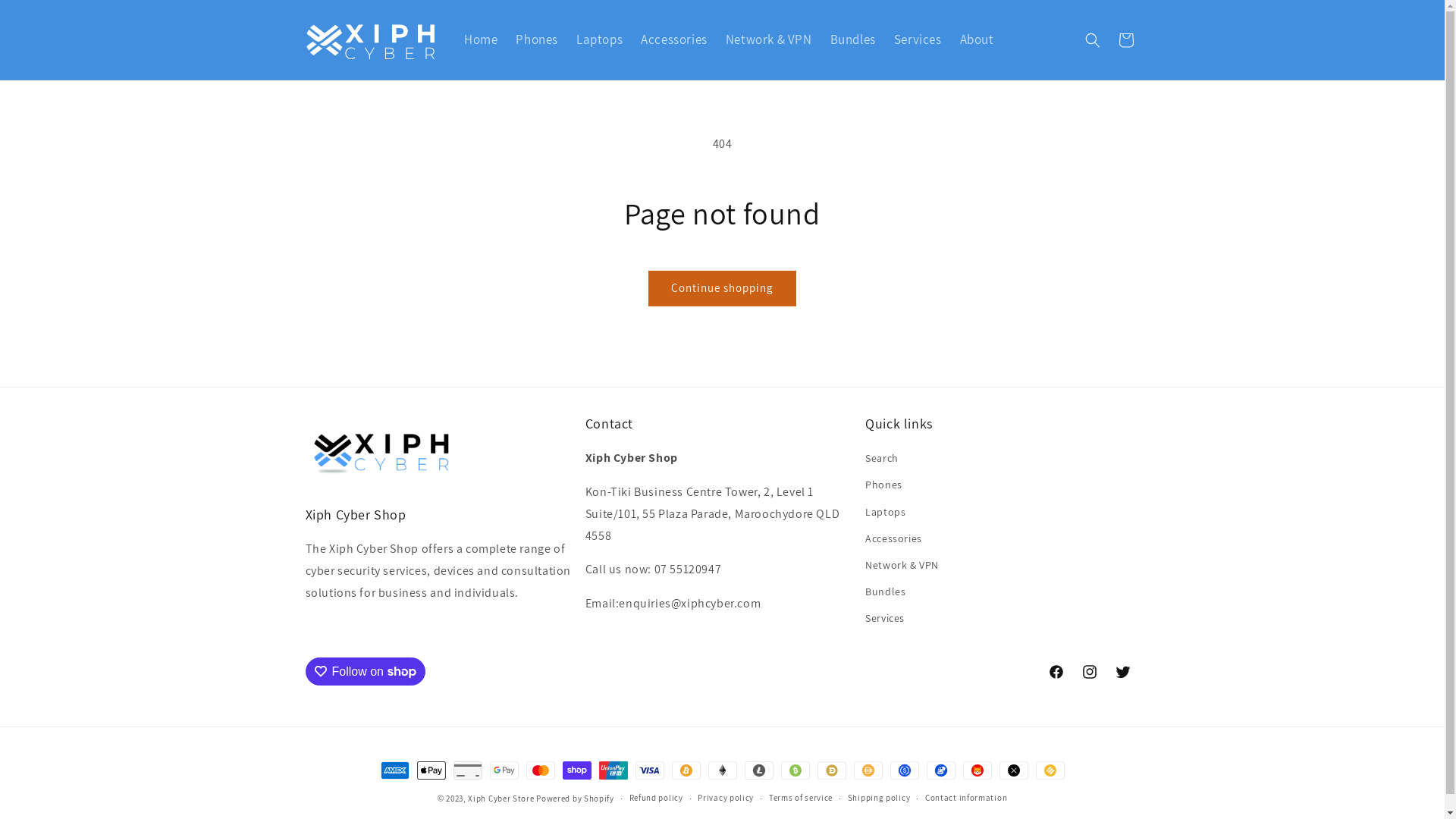  I want to click on 'Continue shopping', so click(721, 288).